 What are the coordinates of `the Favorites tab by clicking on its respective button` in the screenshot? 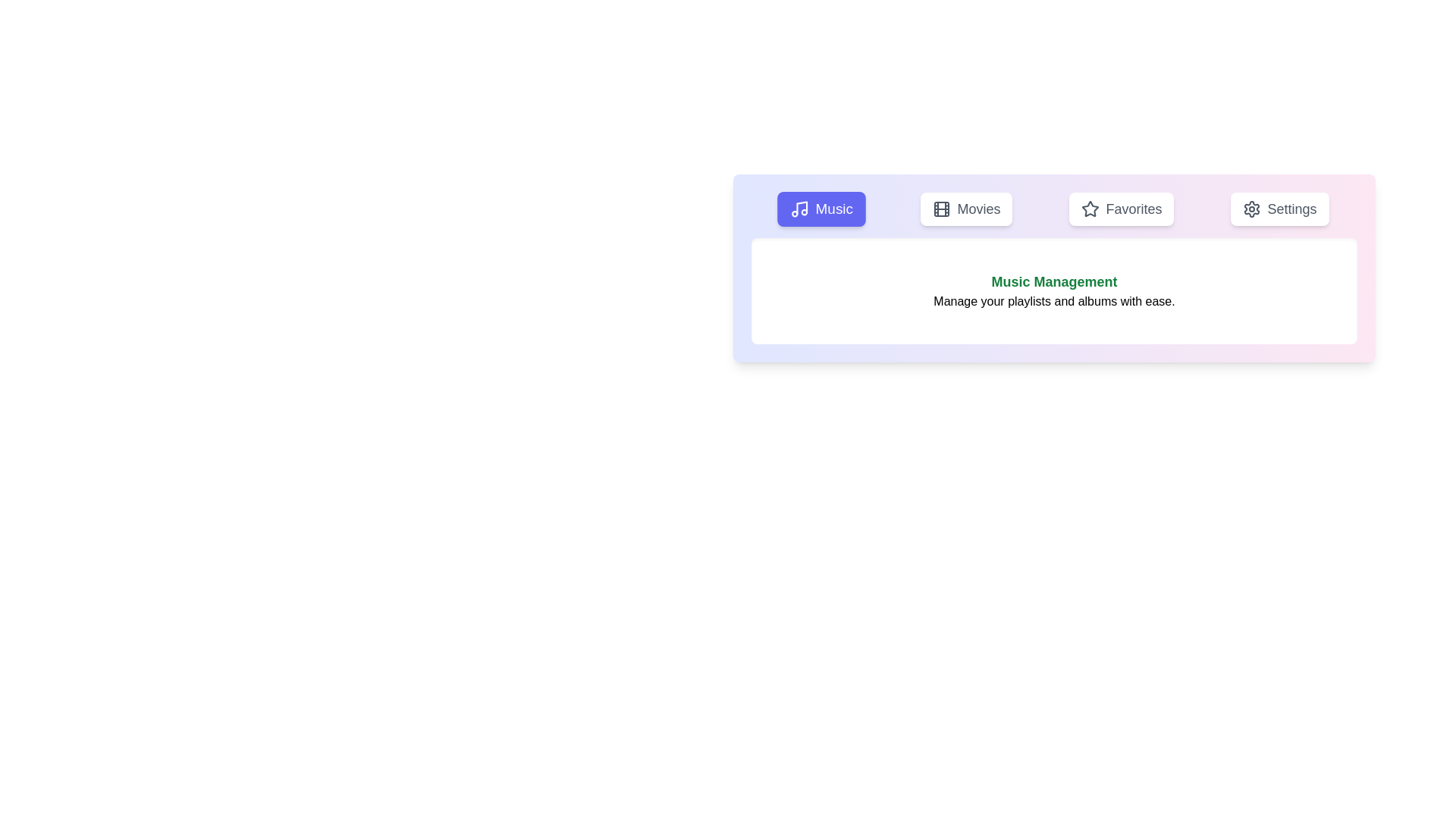 It's located at (1122, 209).